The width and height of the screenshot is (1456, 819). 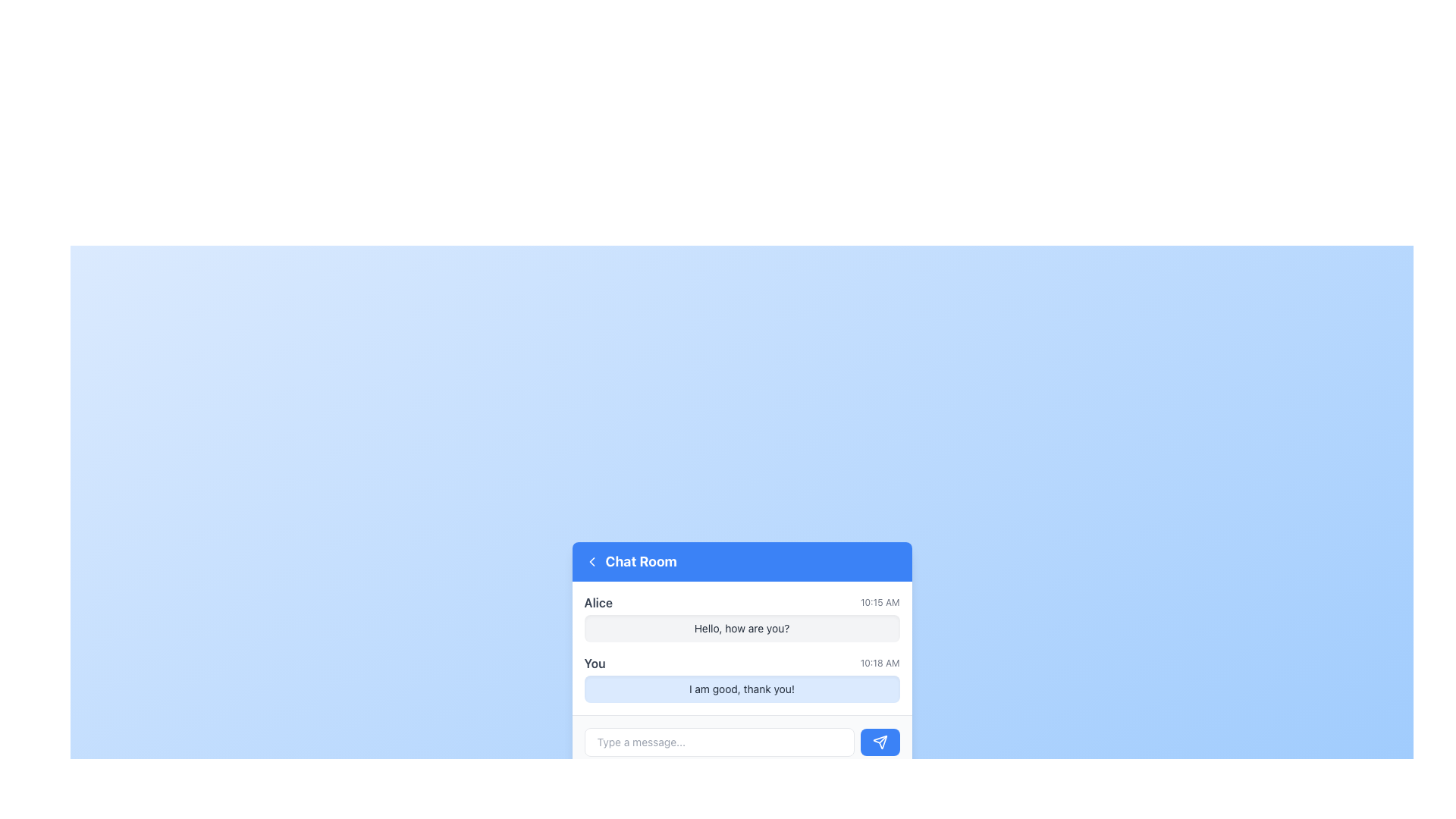 What do you see at coordinates (880, 601) in the screenshot?
I see `the timestamp label displaying '10:15 AM' in gray color, located adjacent to the sender's name 'Alice' in the chat interface` at bounding box center [880, 601].